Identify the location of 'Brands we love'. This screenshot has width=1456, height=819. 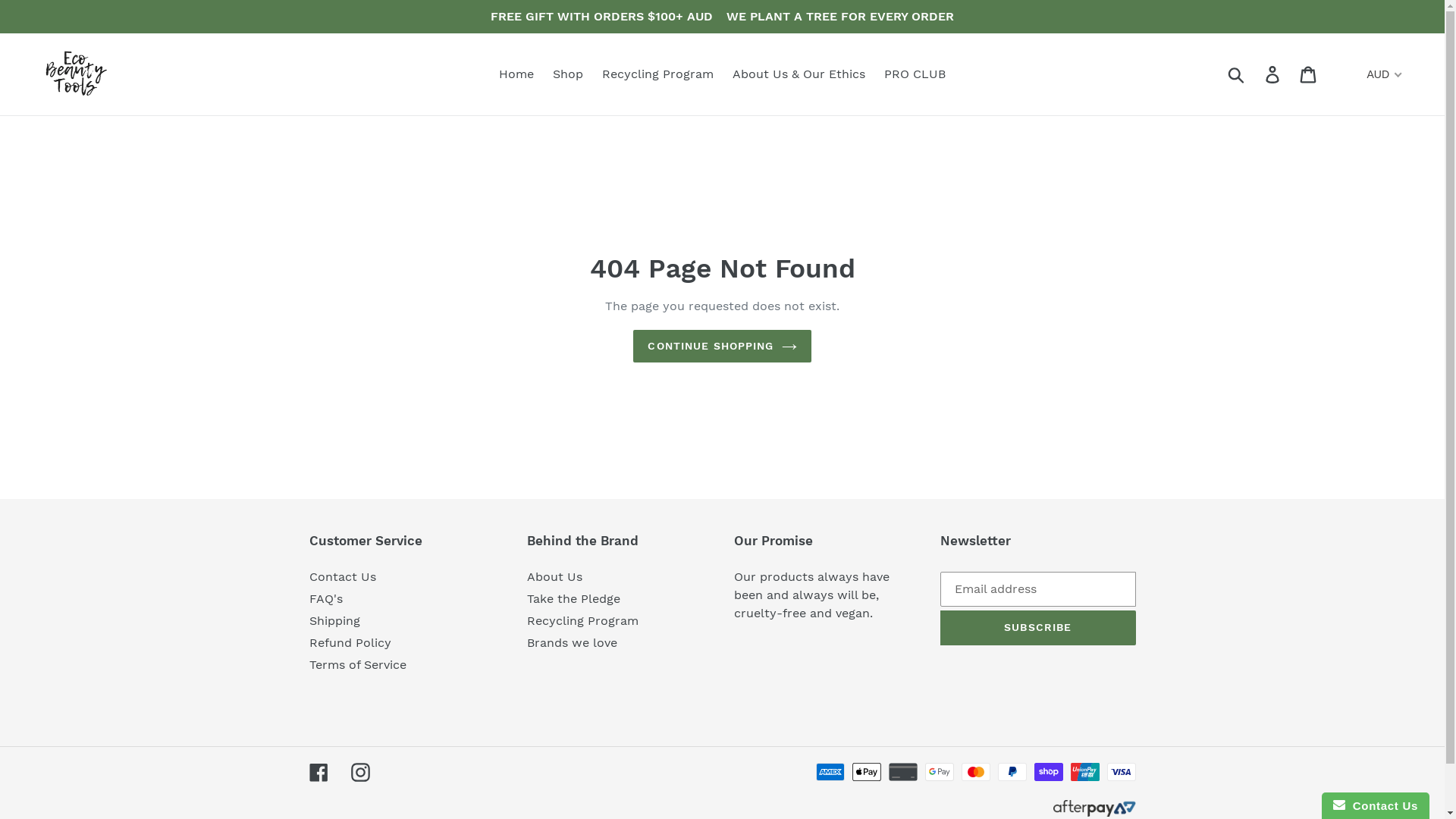
(571, 642).